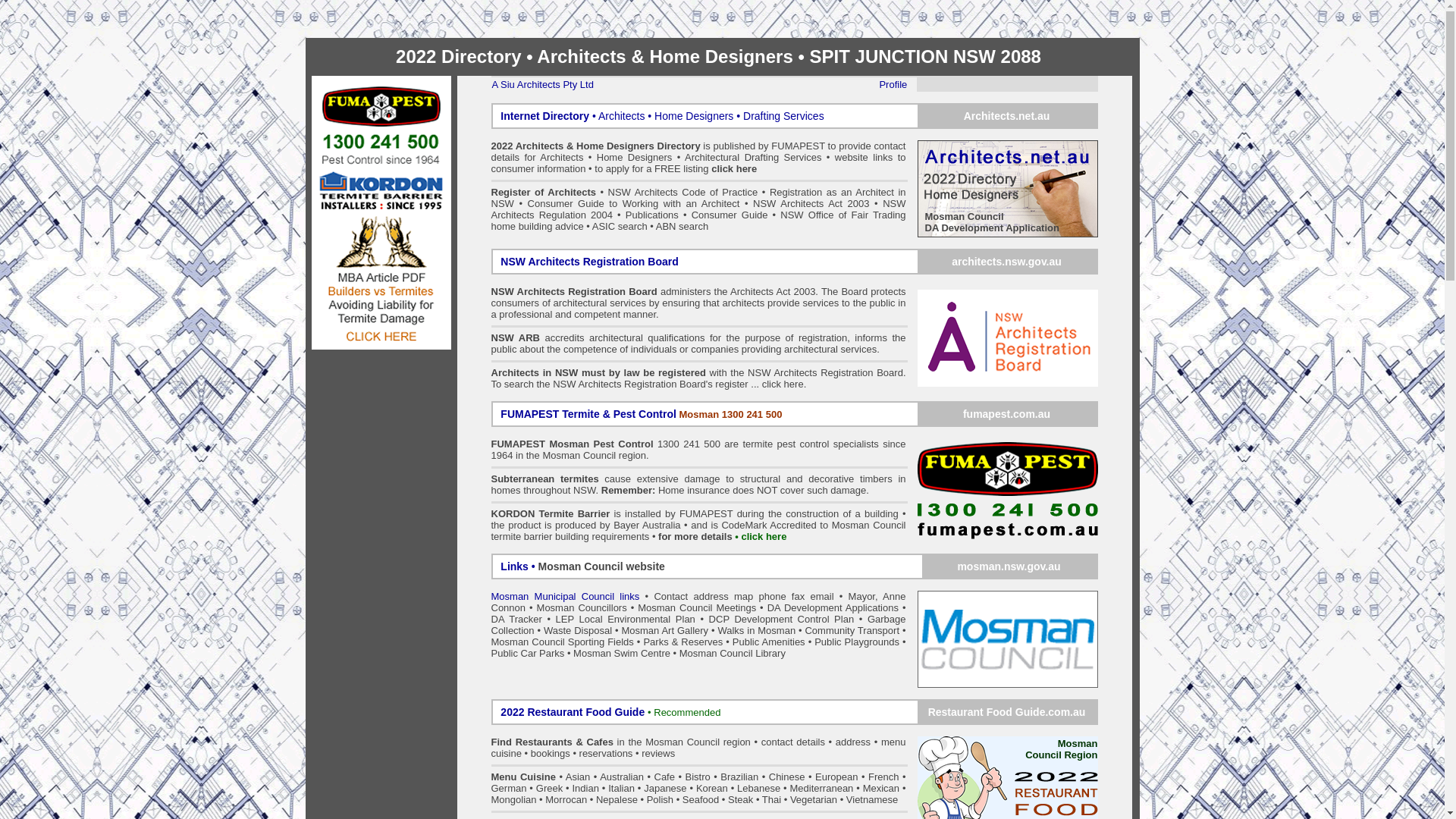 The height and width of the screenshot is (819, 1456). I want to click on 'Publications', so click(626, 215).